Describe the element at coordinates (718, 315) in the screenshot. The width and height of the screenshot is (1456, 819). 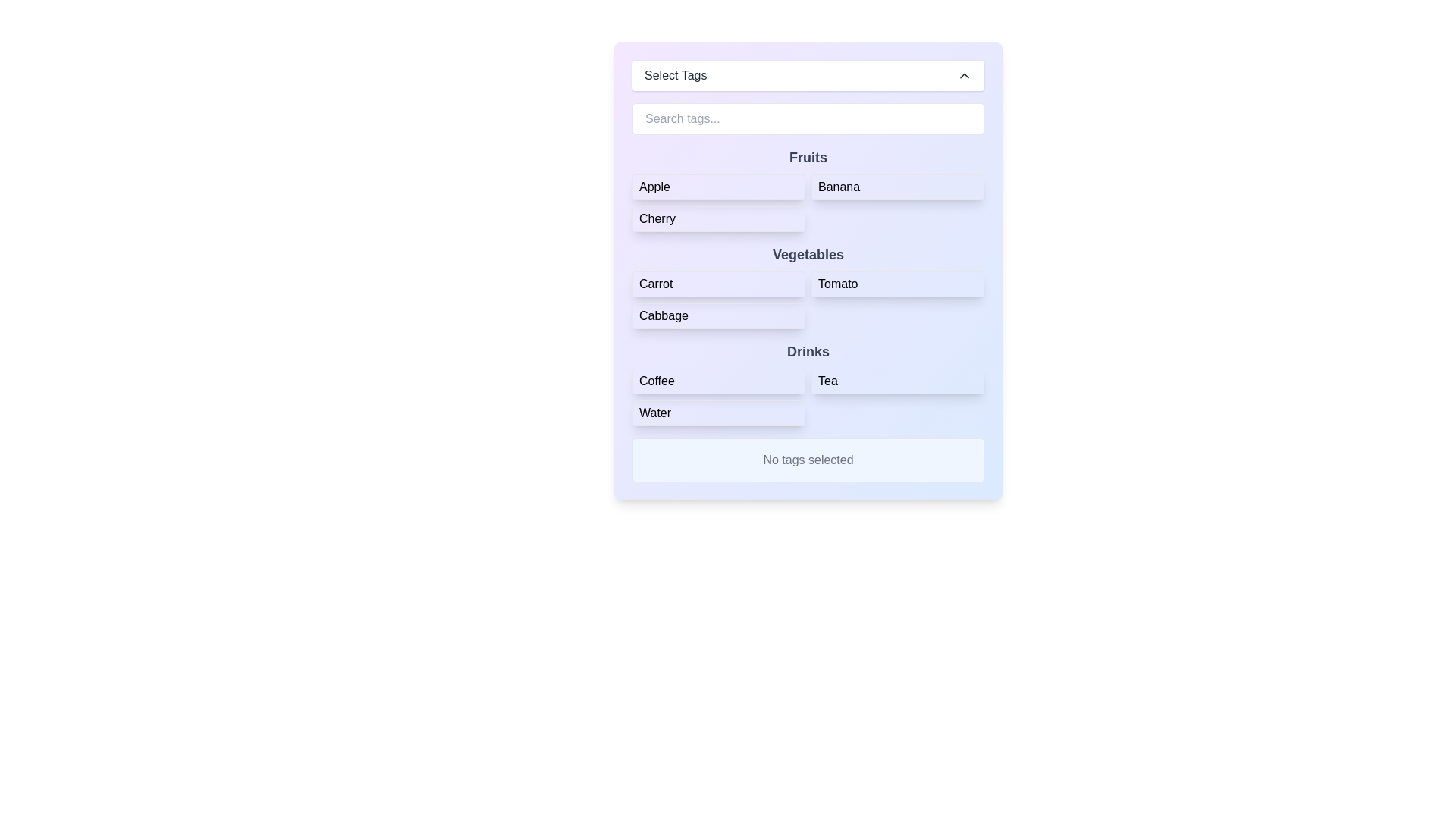
I see `the button labeled 'Cabbage' in the 'Vegetables' section` at that location.